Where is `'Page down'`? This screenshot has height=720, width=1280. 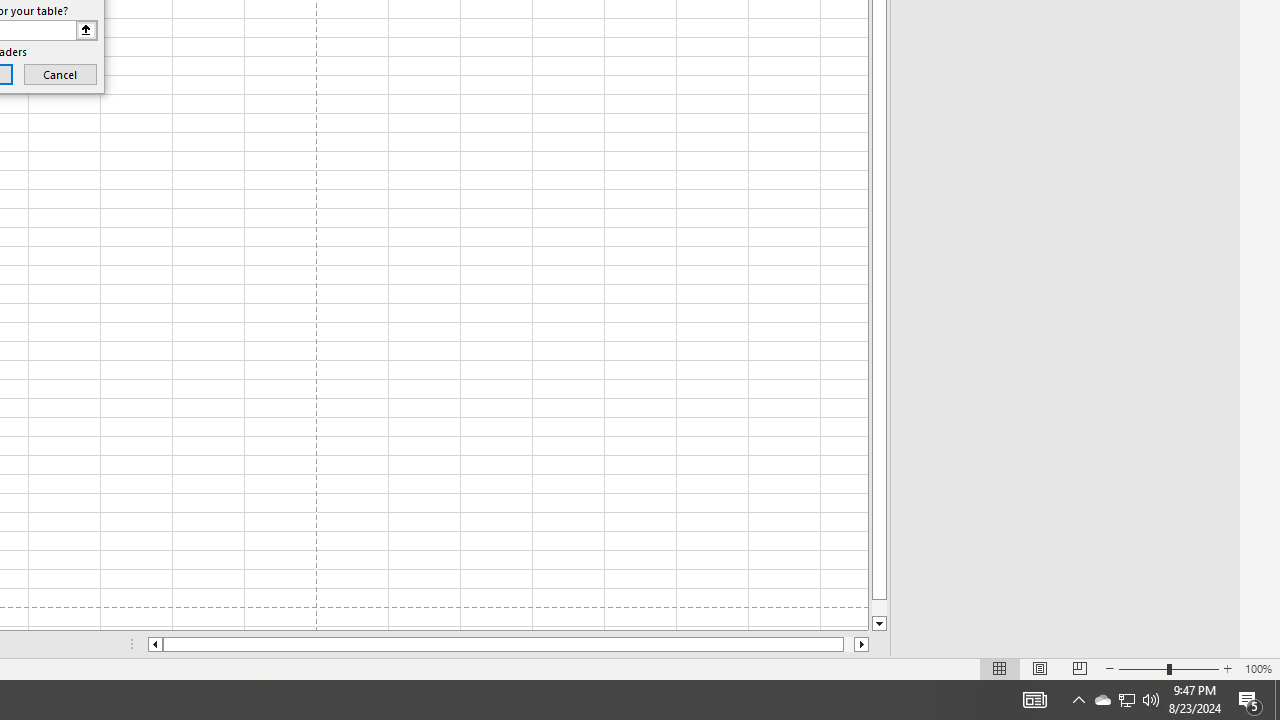
'Page down' is located at coordinates (879, 607).